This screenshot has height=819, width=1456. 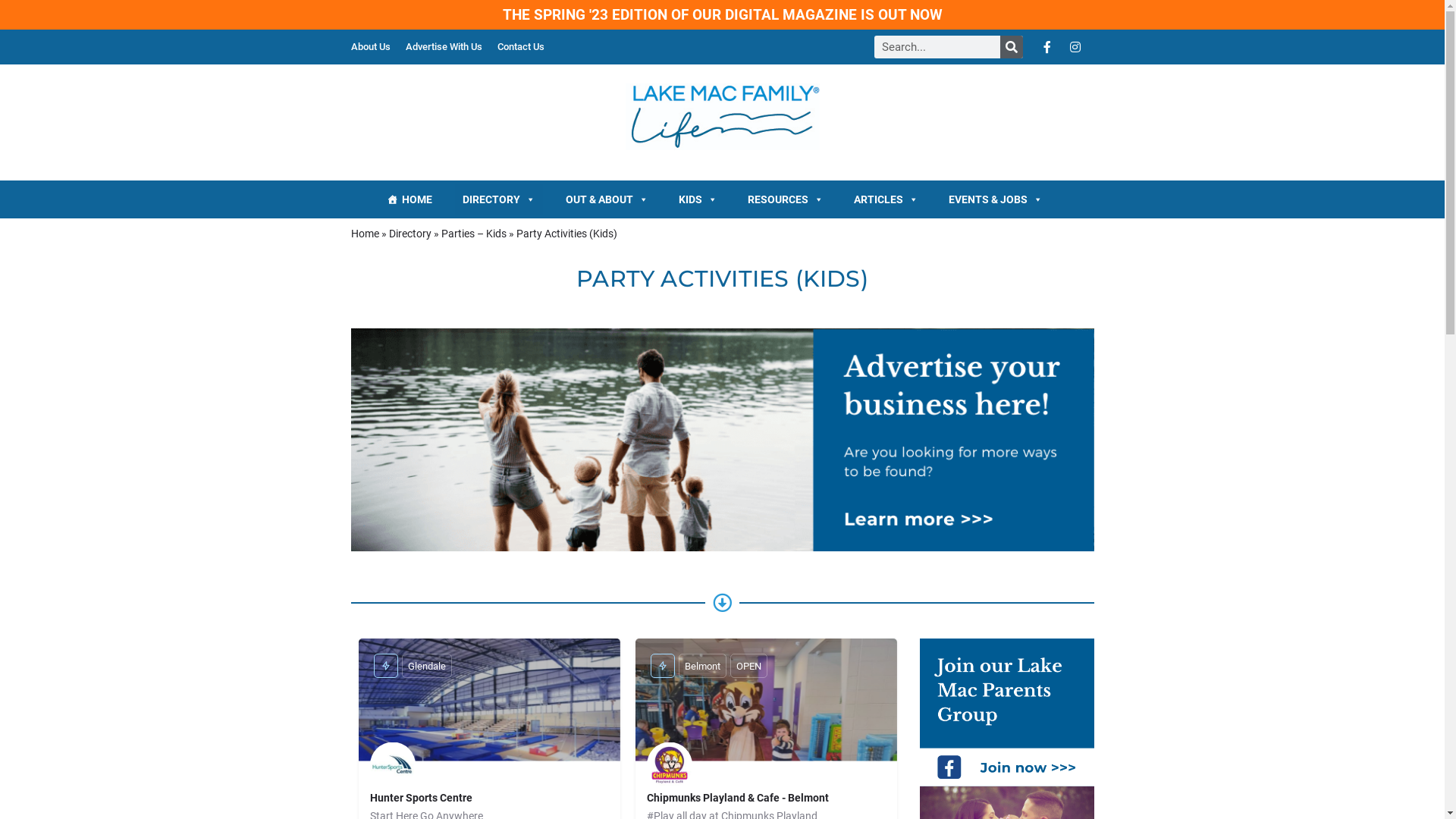 What do you see at coordinates (886, 198) in the screenshot?
I see `'ARTICLES'` at bounding box center [886, 198].